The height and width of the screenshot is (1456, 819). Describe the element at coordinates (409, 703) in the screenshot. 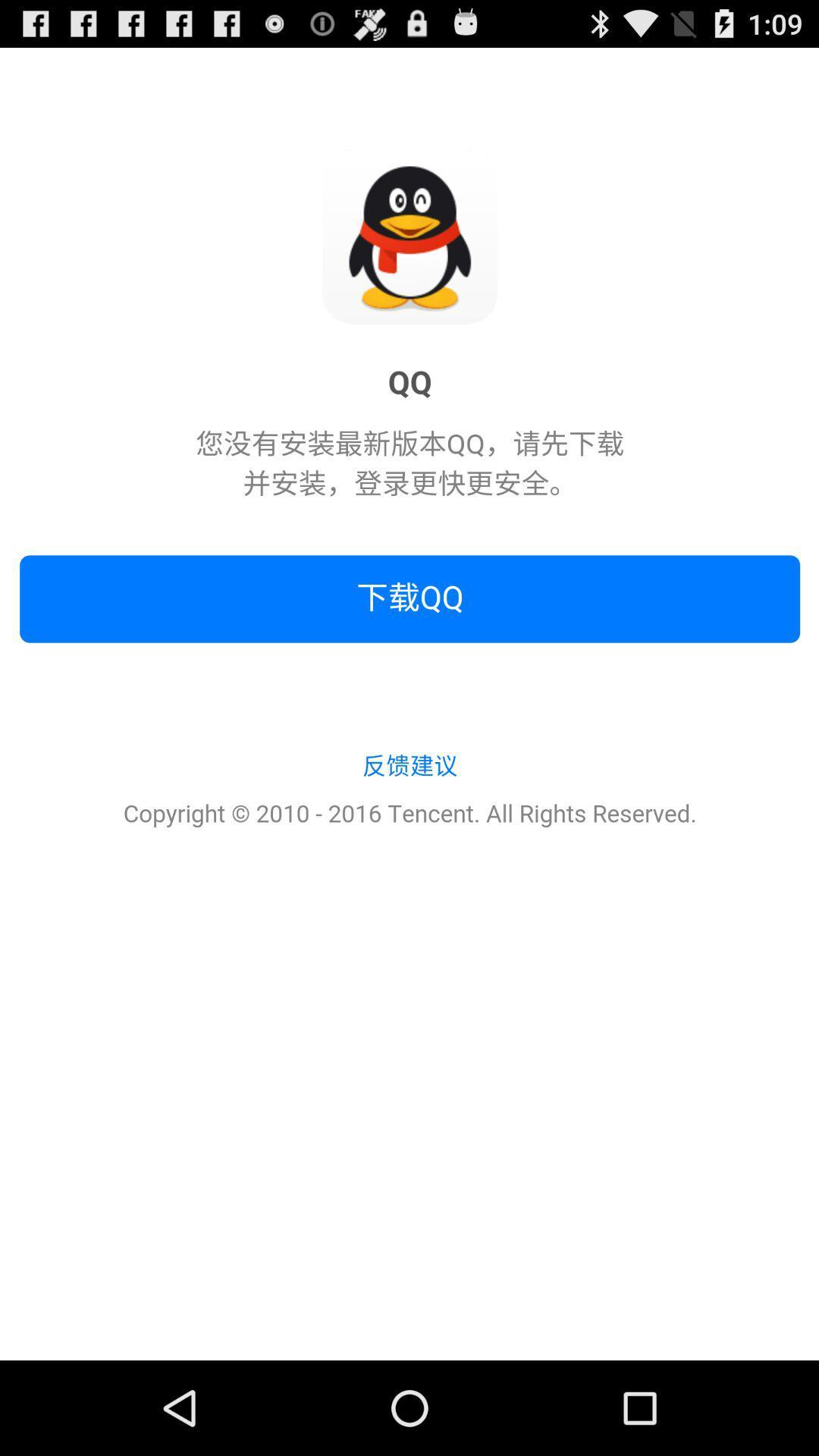

I see `the icon at the center` at that location.